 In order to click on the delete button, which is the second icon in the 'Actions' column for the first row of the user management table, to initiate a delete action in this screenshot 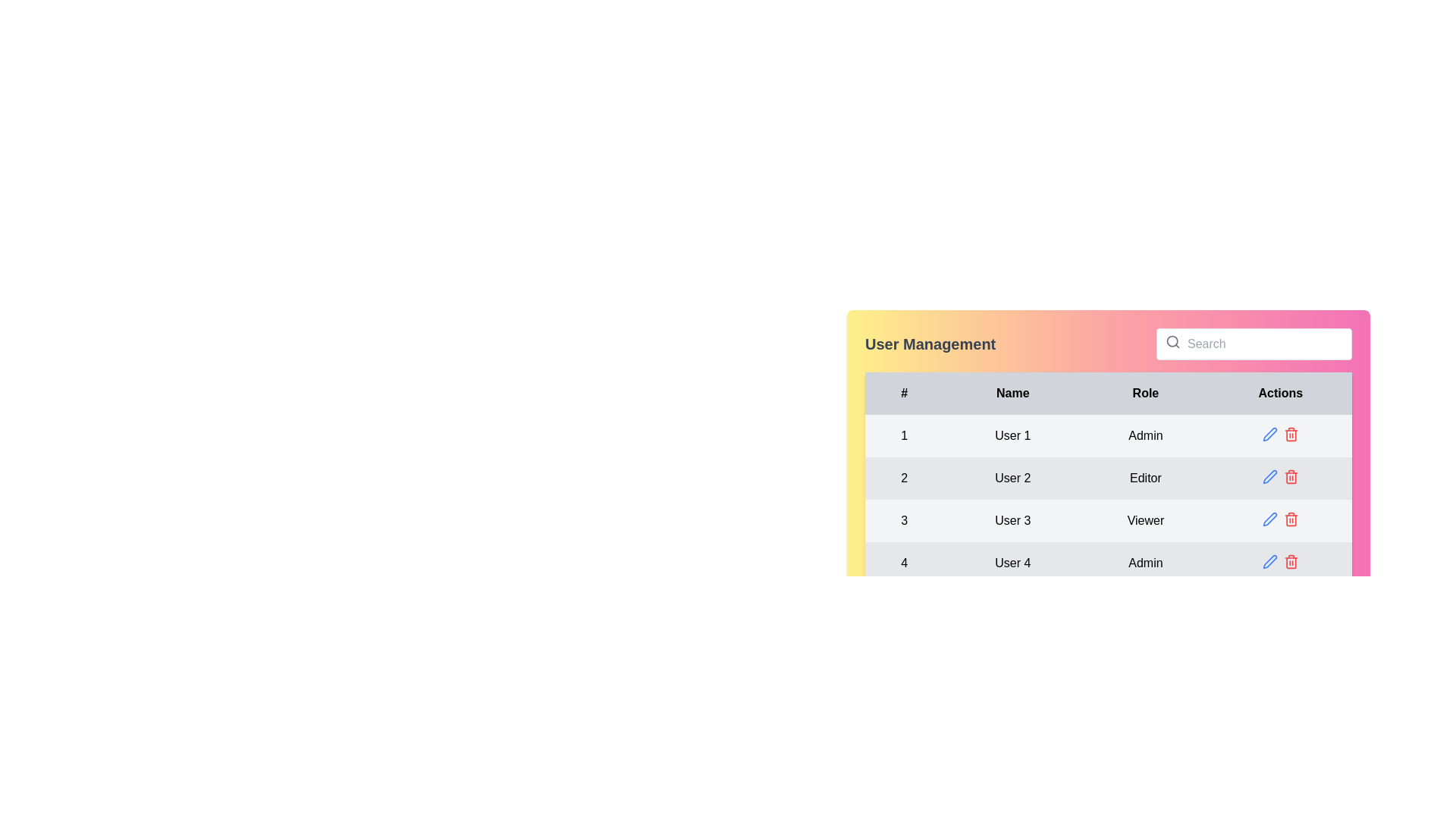, I will do `click(1290, 435)`.